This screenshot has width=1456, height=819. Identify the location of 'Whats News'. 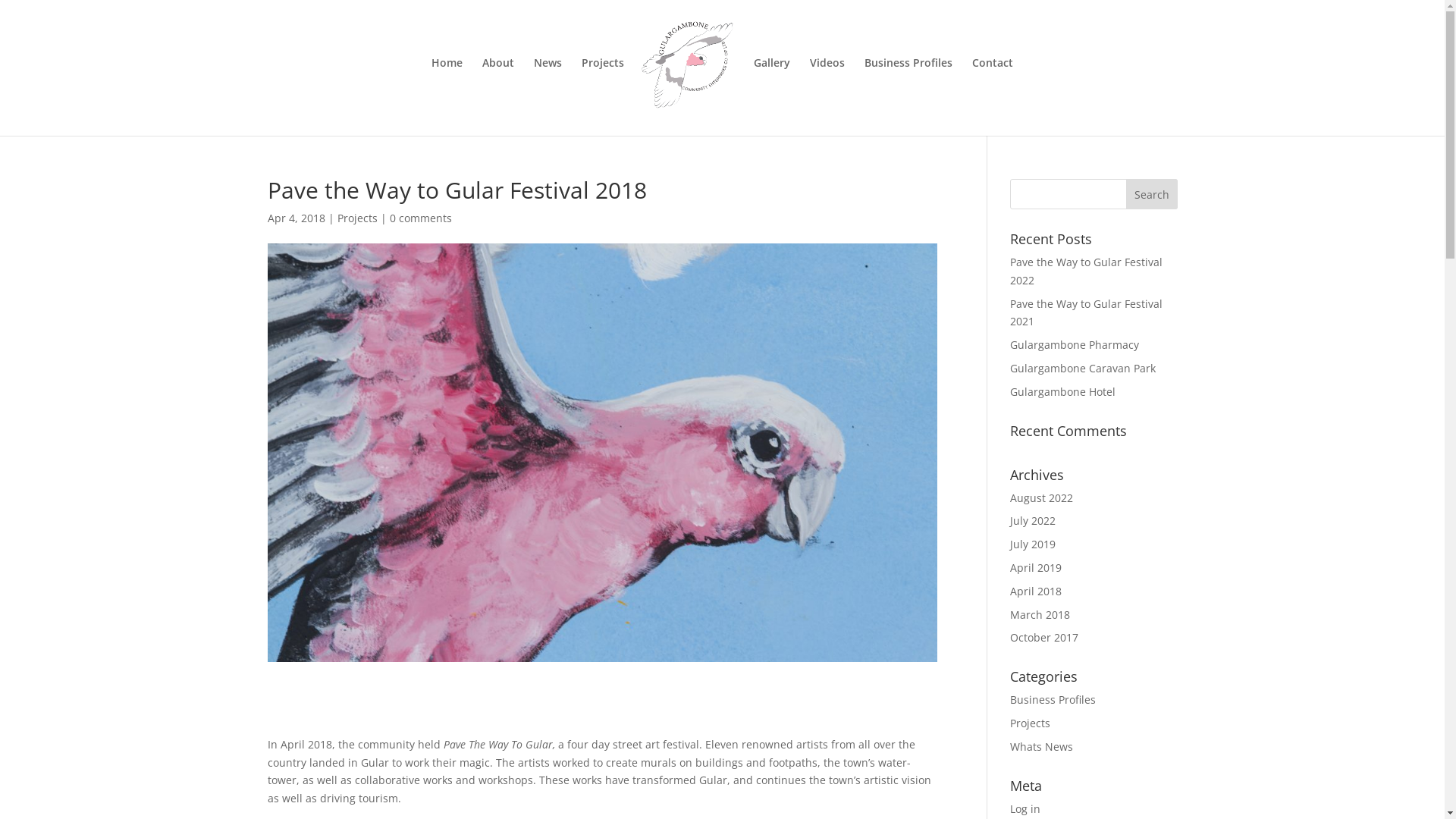
(1040, 745).